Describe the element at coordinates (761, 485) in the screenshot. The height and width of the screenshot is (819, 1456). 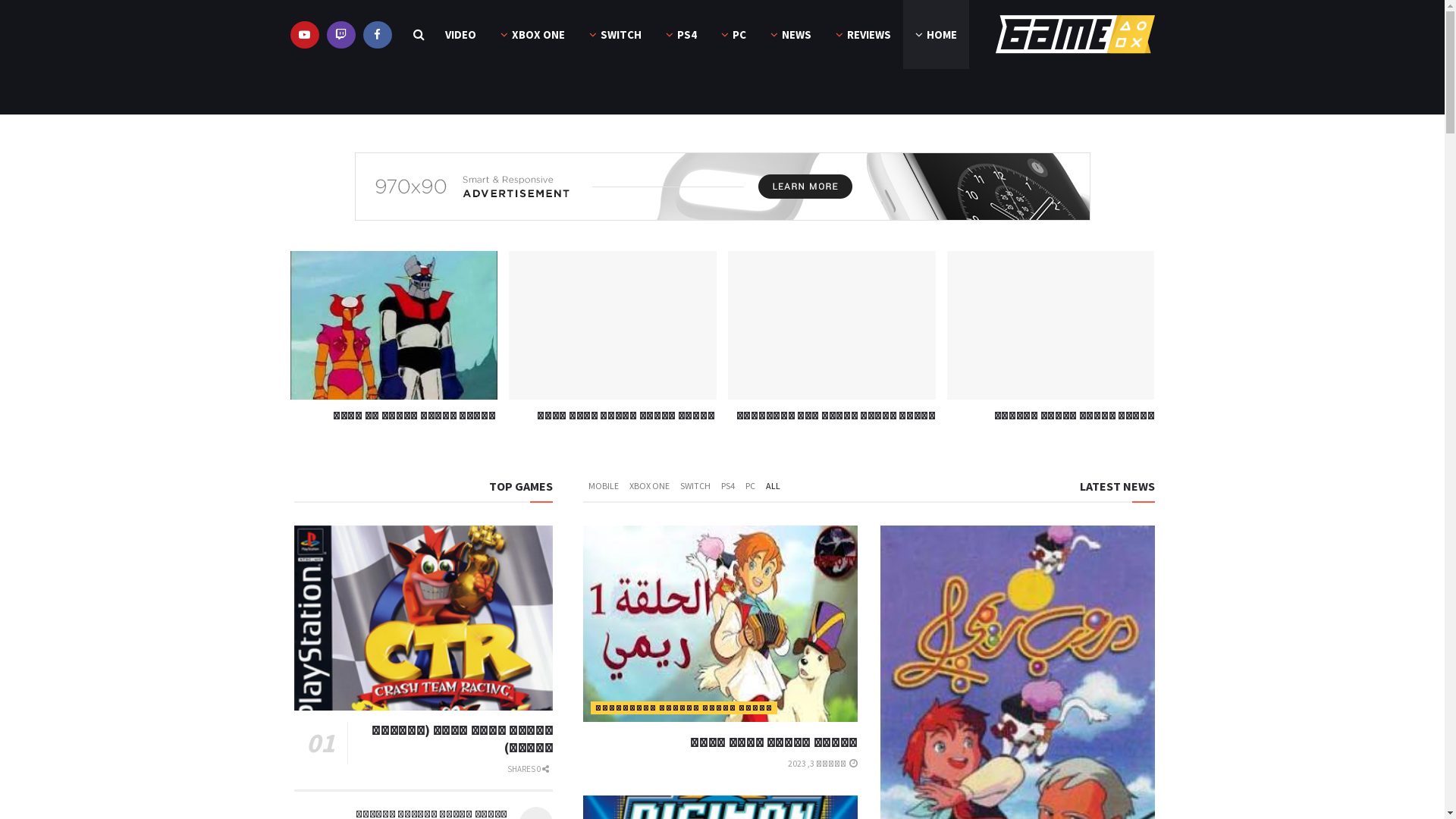
I see `'ALL'` at that location.